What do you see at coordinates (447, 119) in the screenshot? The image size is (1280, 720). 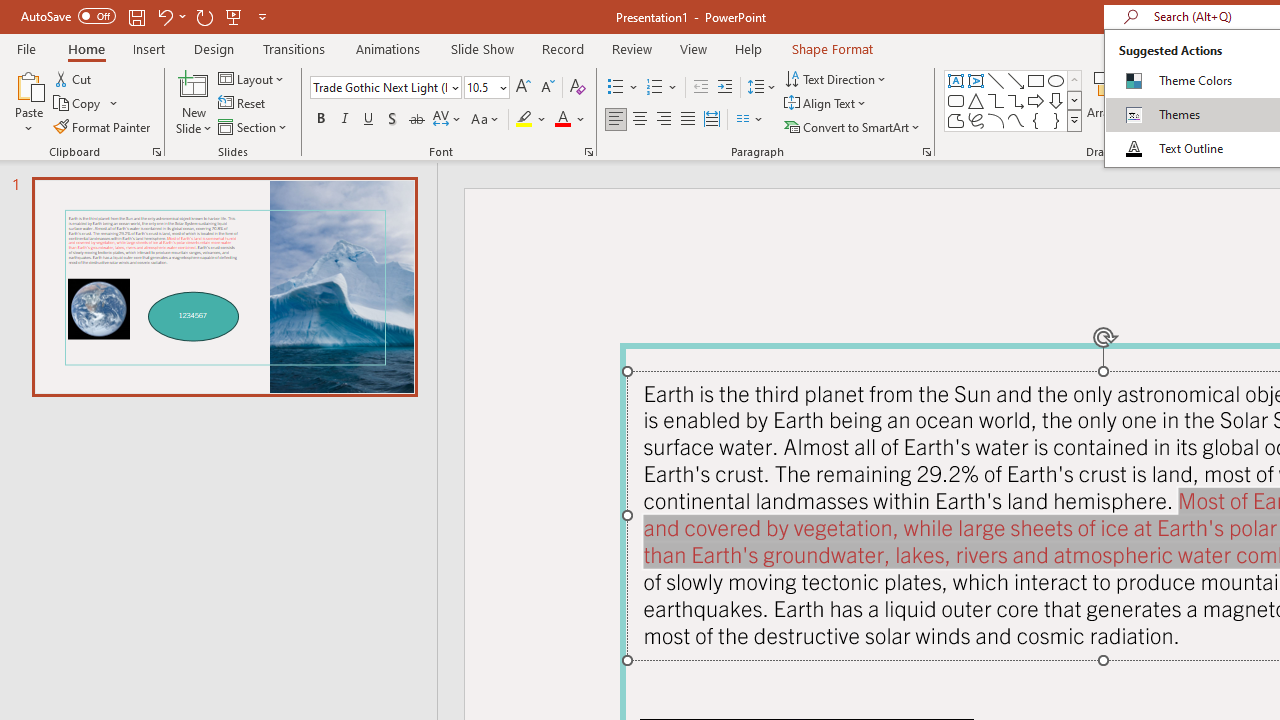 I see `'Character Spacing'` at bounding box center [447, 119].